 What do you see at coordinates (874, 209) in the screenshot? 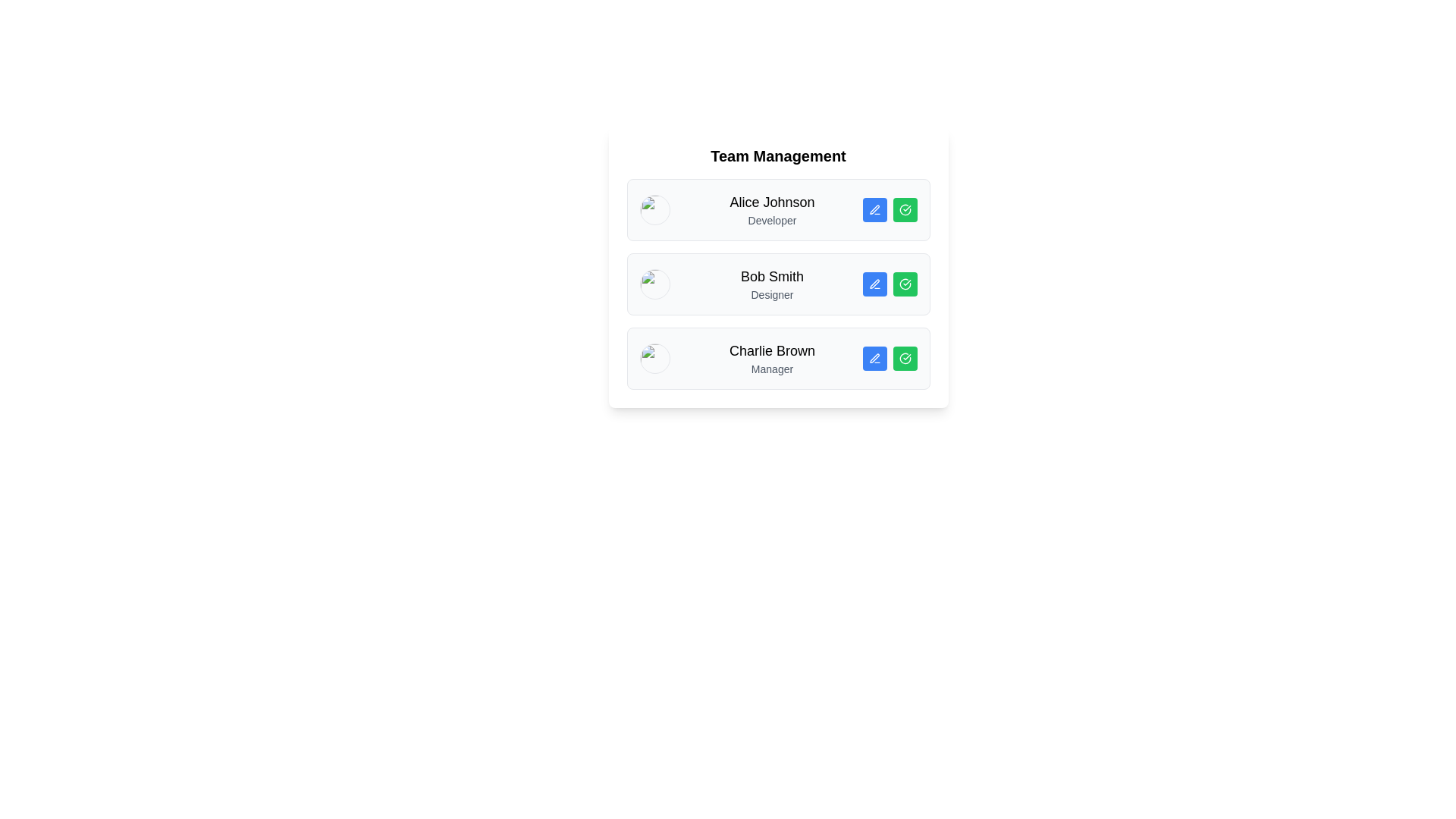
I see `the edit tool SVG icon located within the button adjacent to 'Alice Johnson - Developer'` at bounding box center [874, 209].